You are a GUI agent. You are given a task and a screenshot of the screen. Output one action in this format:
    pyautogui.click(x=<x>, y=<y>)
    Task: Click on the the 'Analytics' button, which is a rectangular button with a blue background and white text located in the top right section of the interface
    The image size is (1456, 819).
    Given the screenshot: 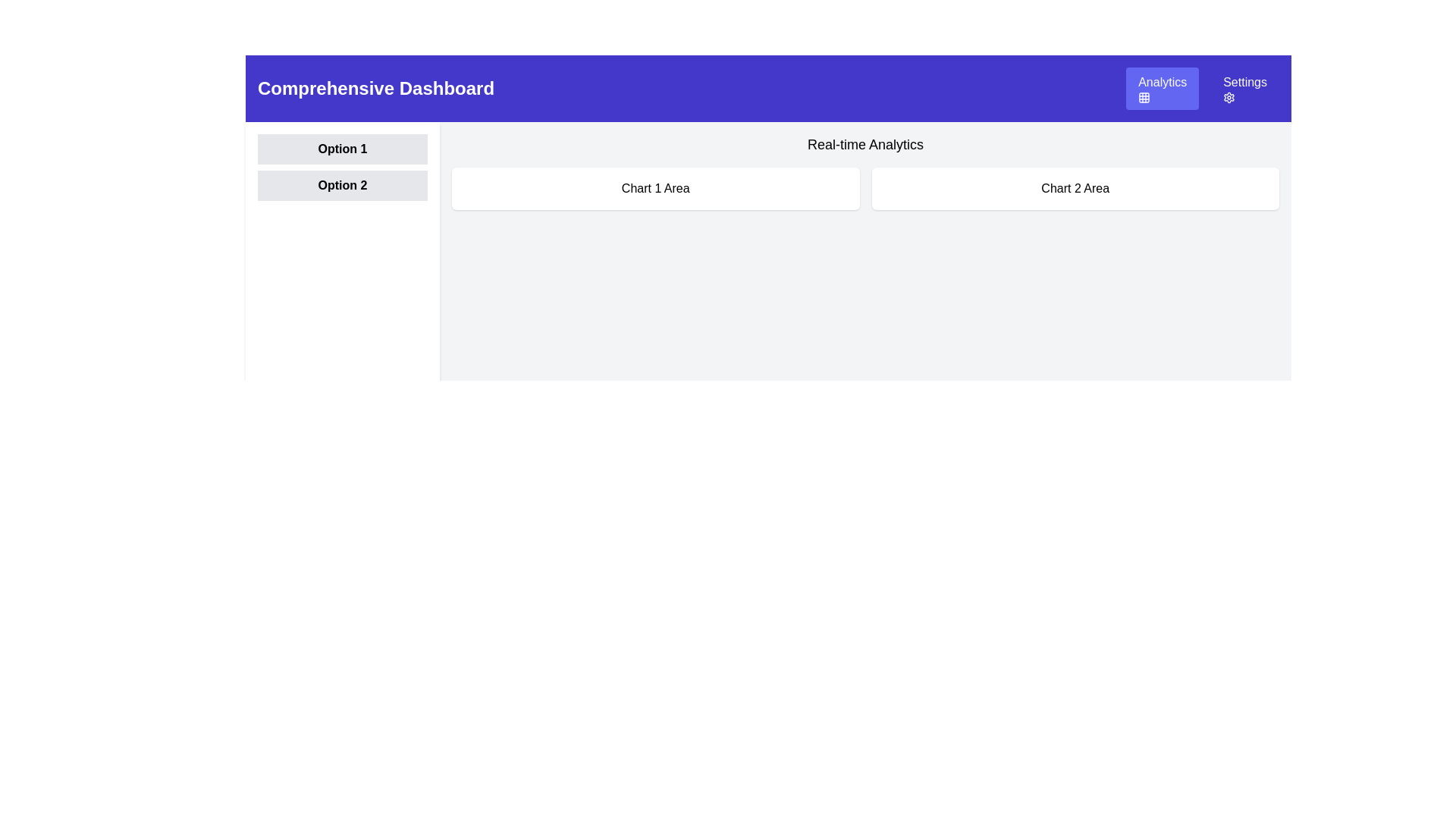 What is the action you would take?
    pyautogui.click(x=1162, y=88)
    